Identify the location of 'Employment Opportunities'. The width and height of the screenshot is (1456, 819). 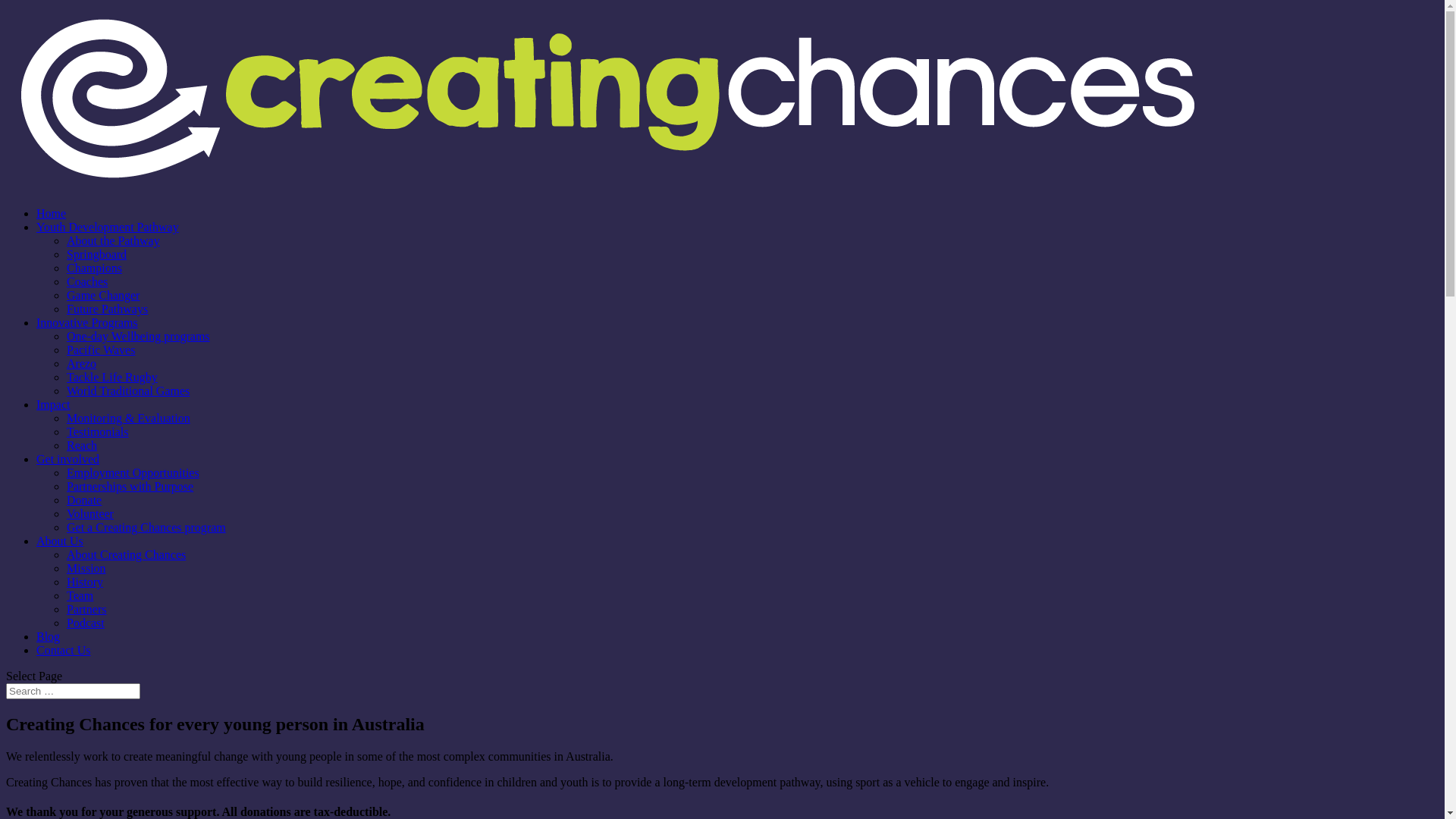
(133, 472).